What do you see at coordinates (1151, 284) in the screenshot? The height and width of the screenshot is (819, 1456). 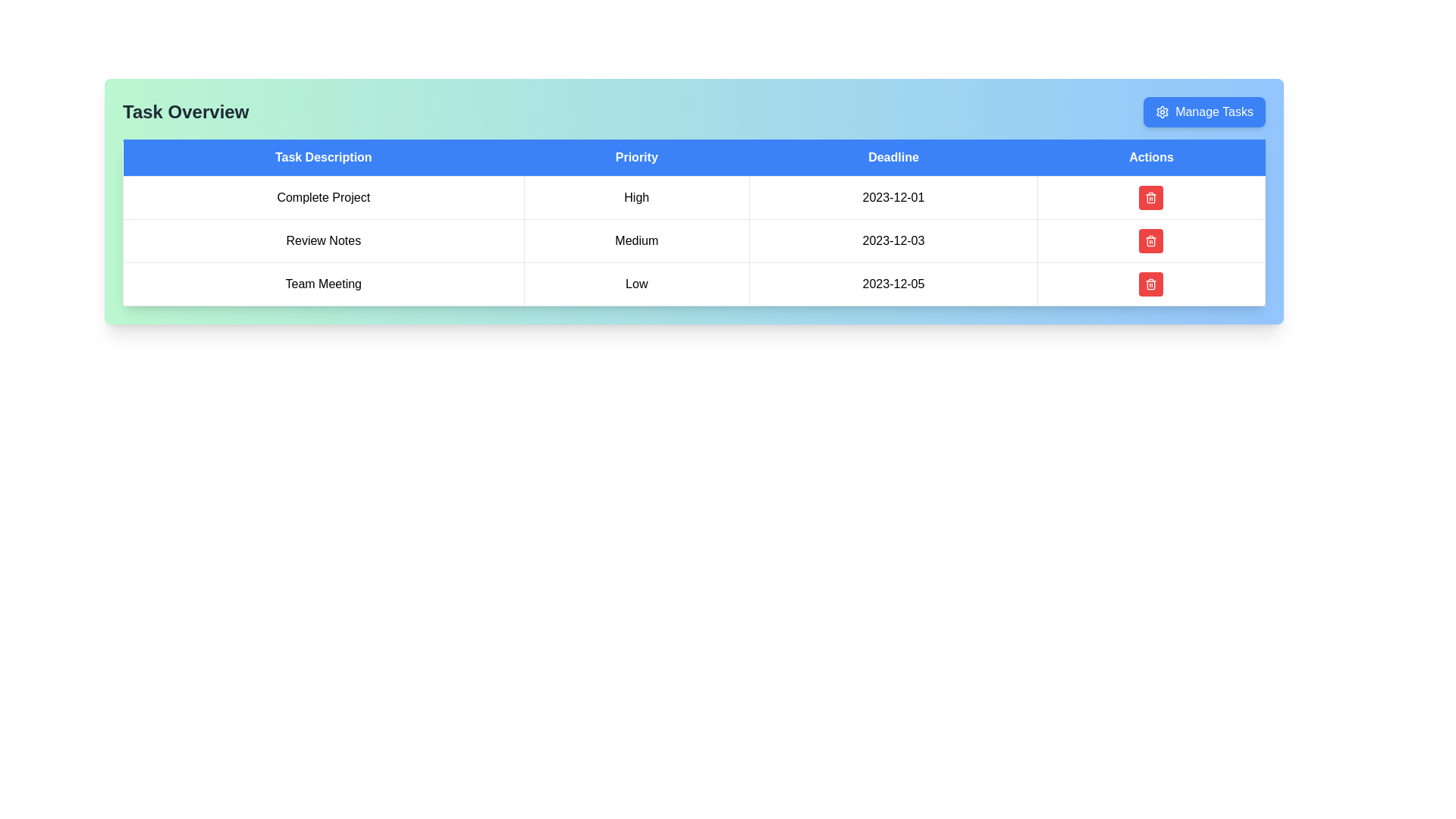 I see `the trash can icon with a white style on a red circular background located in the 'Actions' column of the last task labeled 'Team Meeting'` at bounding box center [1151, 284].